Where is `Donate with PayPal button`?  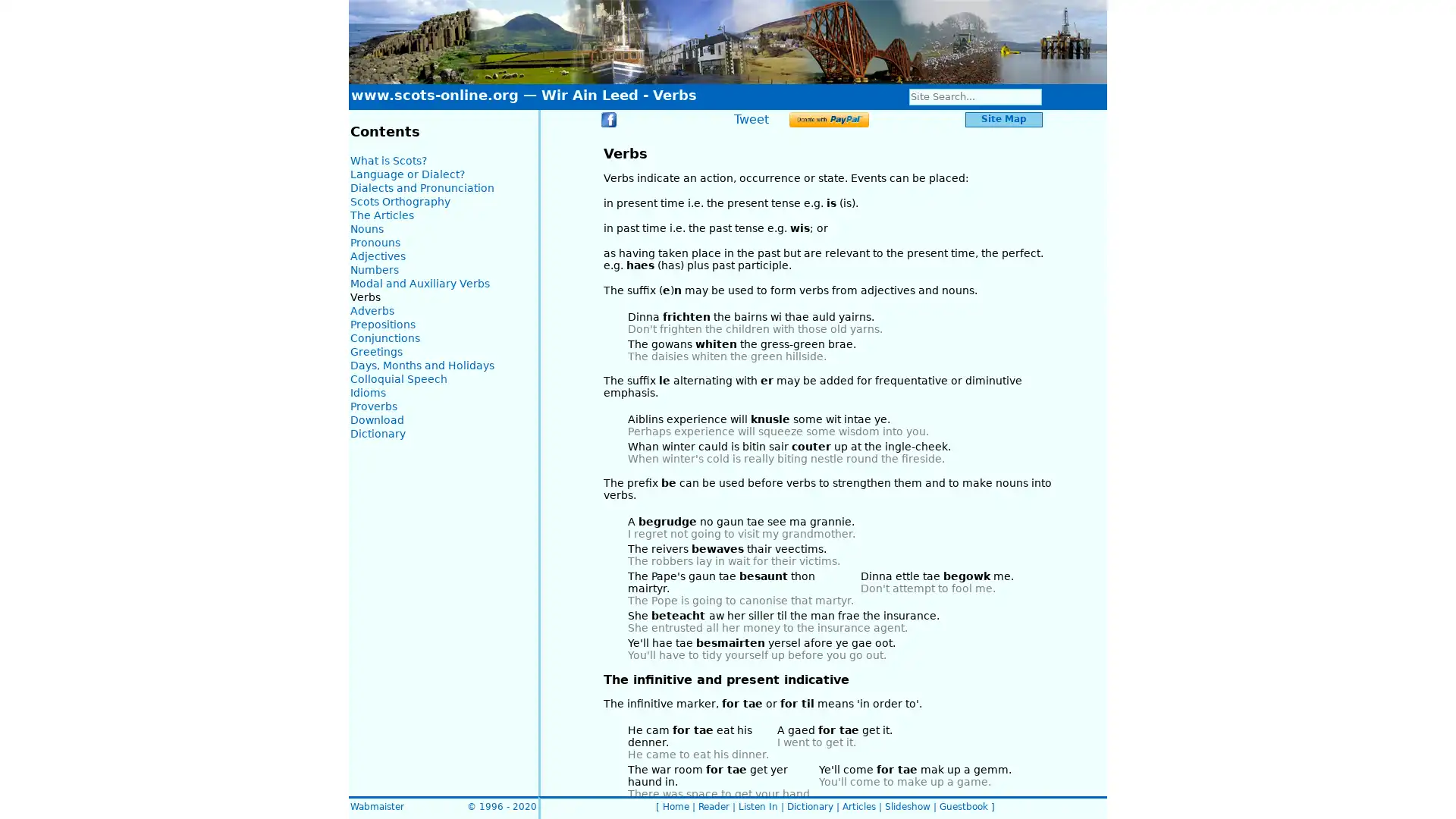 Donate with PayPal button is located at coordinates (828, 119).